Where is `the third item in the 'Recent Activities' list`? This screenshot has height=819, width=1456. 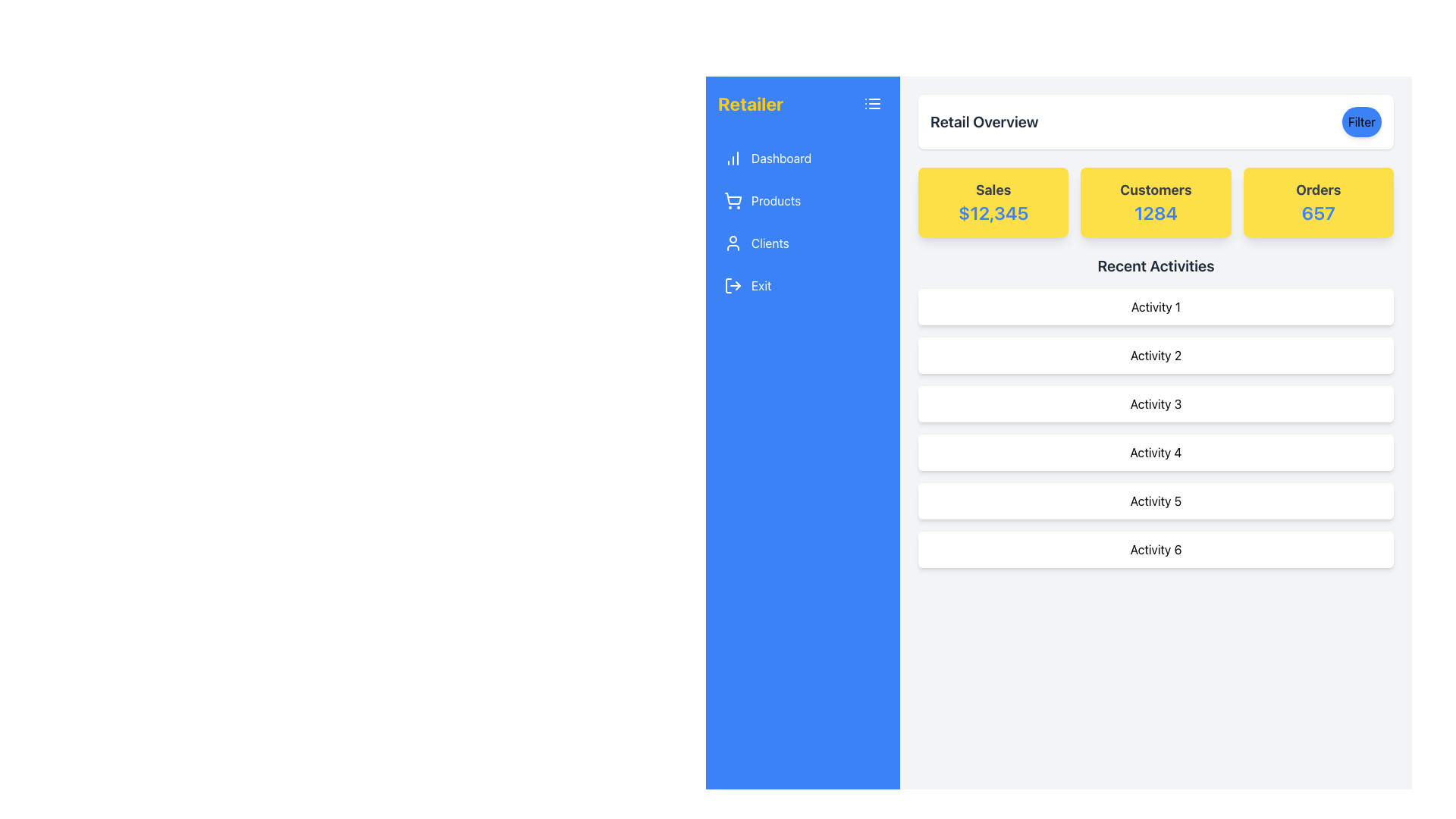 the third item in the 'Recent Activities' list is located at coordinates (1155, 403).